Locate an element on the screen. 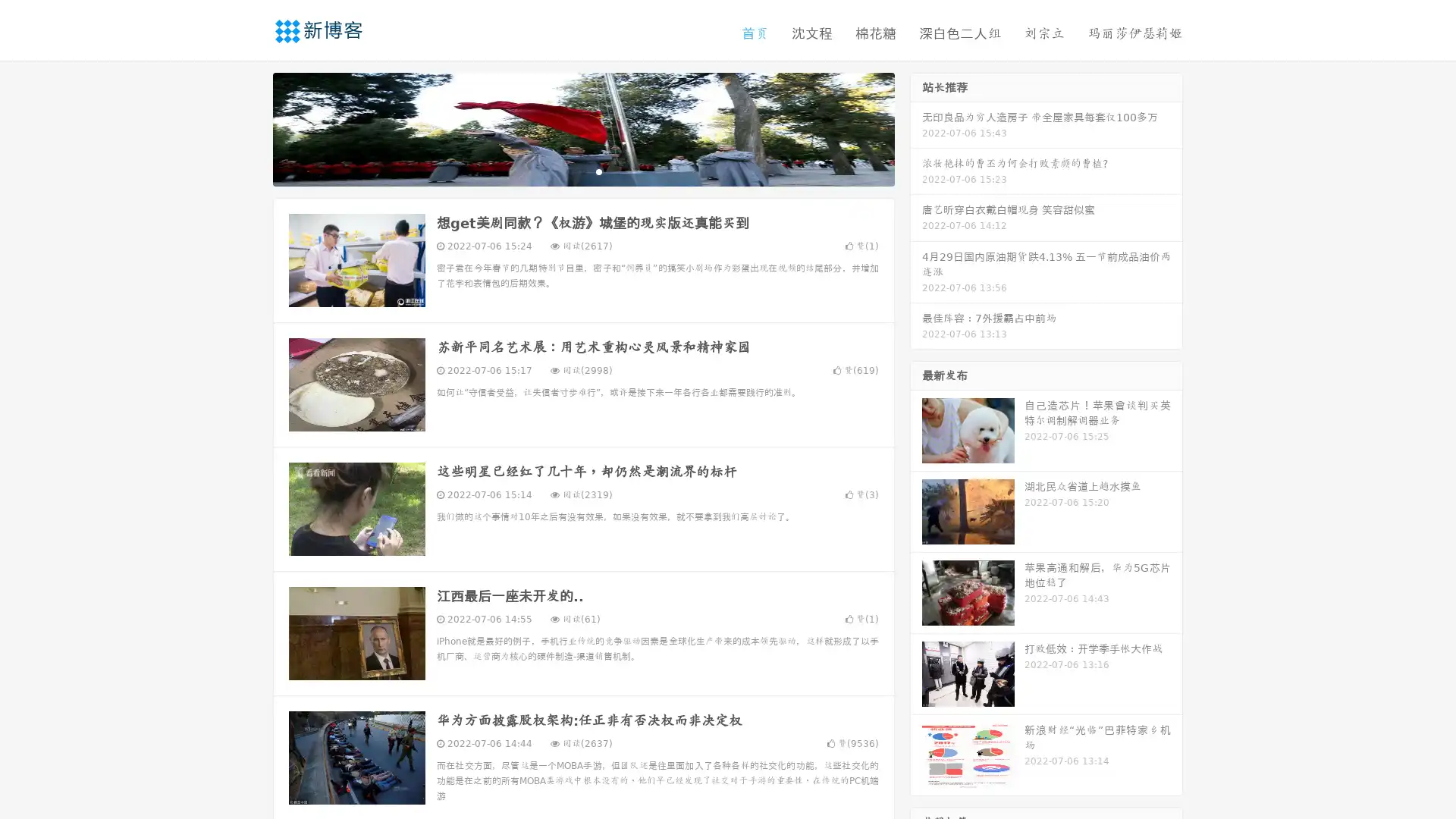  Next slide is located at coordinates (916, 127).